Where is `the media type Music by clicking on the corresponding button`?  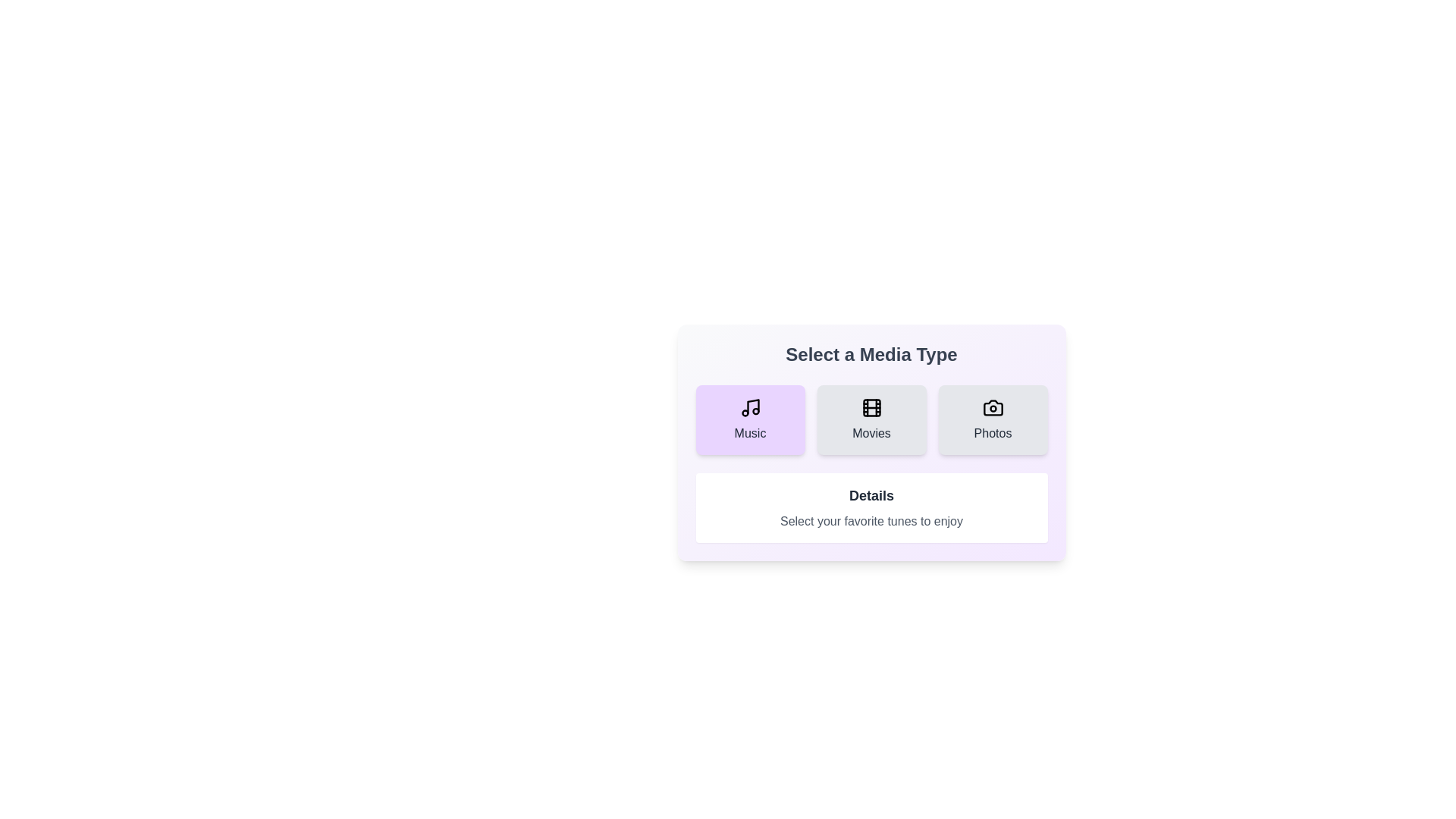
the media type Music by clicking on the corresponding button is located at coordinates (750, 420).